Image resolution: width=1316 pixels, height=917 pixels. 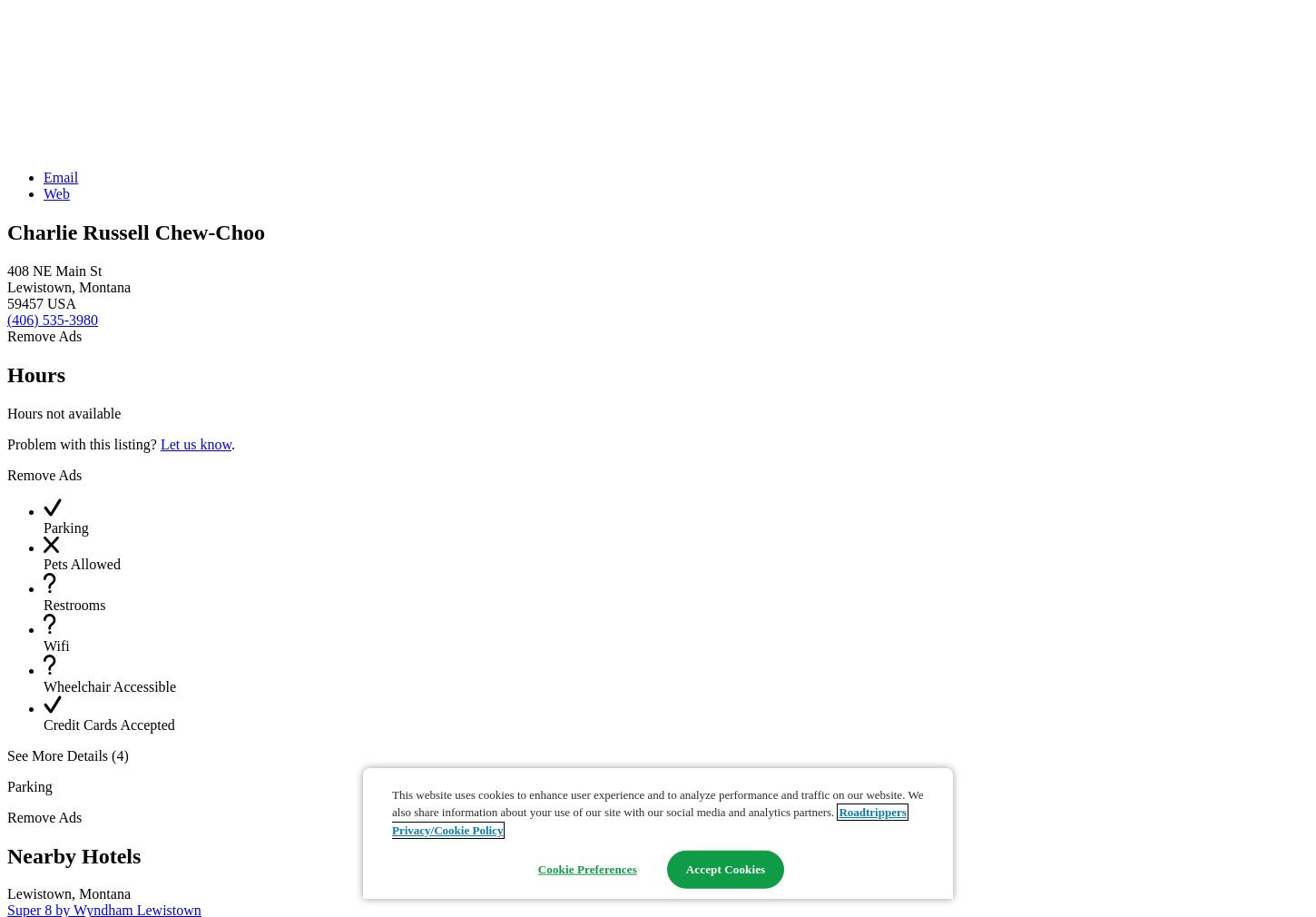 What do you see at coordinates (64, 412) in the screenshot?
I see `'Hours not available'` at bounding box center [64, 412].